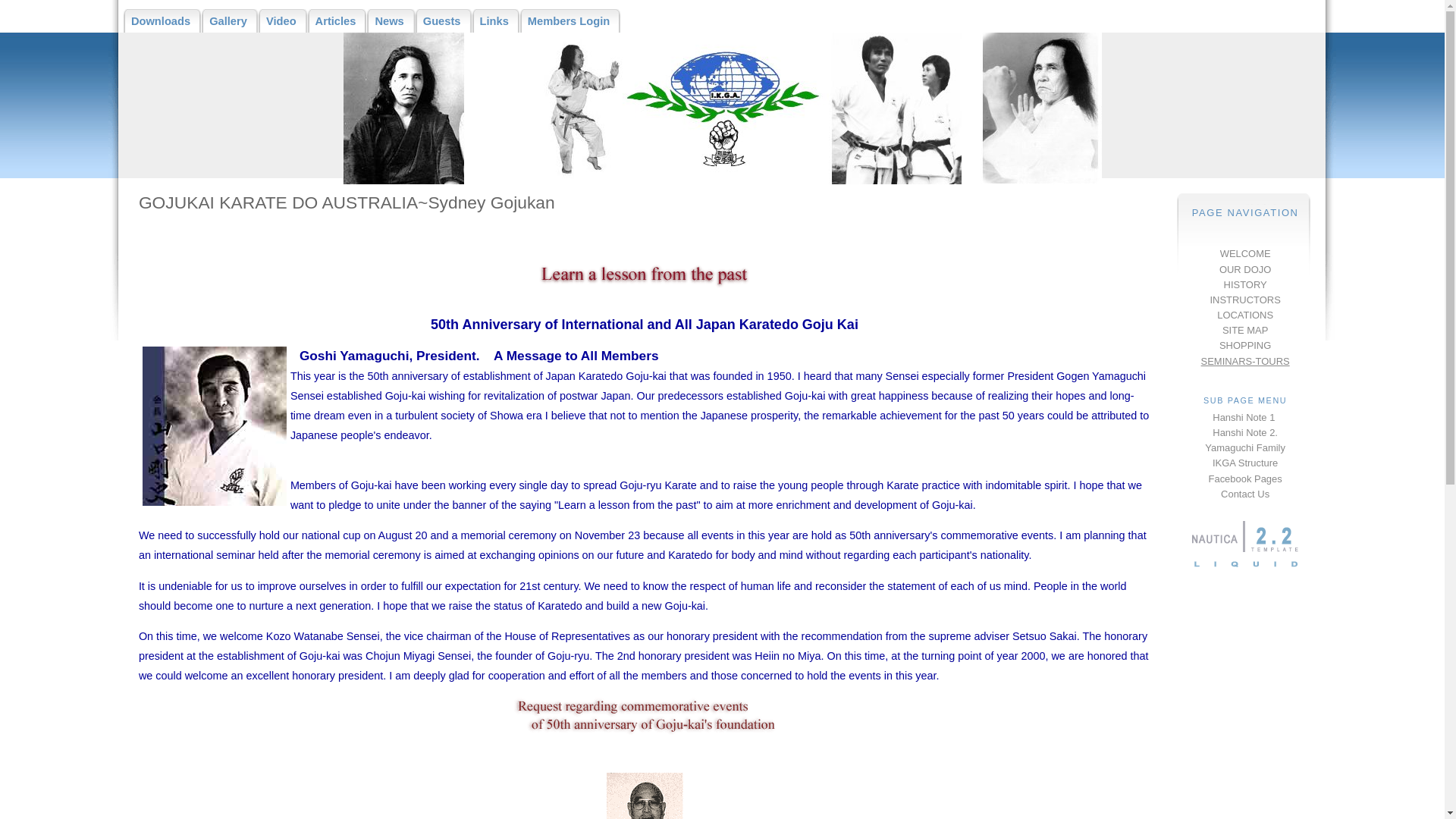  What do you see at coordinates (1244, 462) in the screenshot?
I see `'IKGA Structure'` at bounding box center [1244, 462].